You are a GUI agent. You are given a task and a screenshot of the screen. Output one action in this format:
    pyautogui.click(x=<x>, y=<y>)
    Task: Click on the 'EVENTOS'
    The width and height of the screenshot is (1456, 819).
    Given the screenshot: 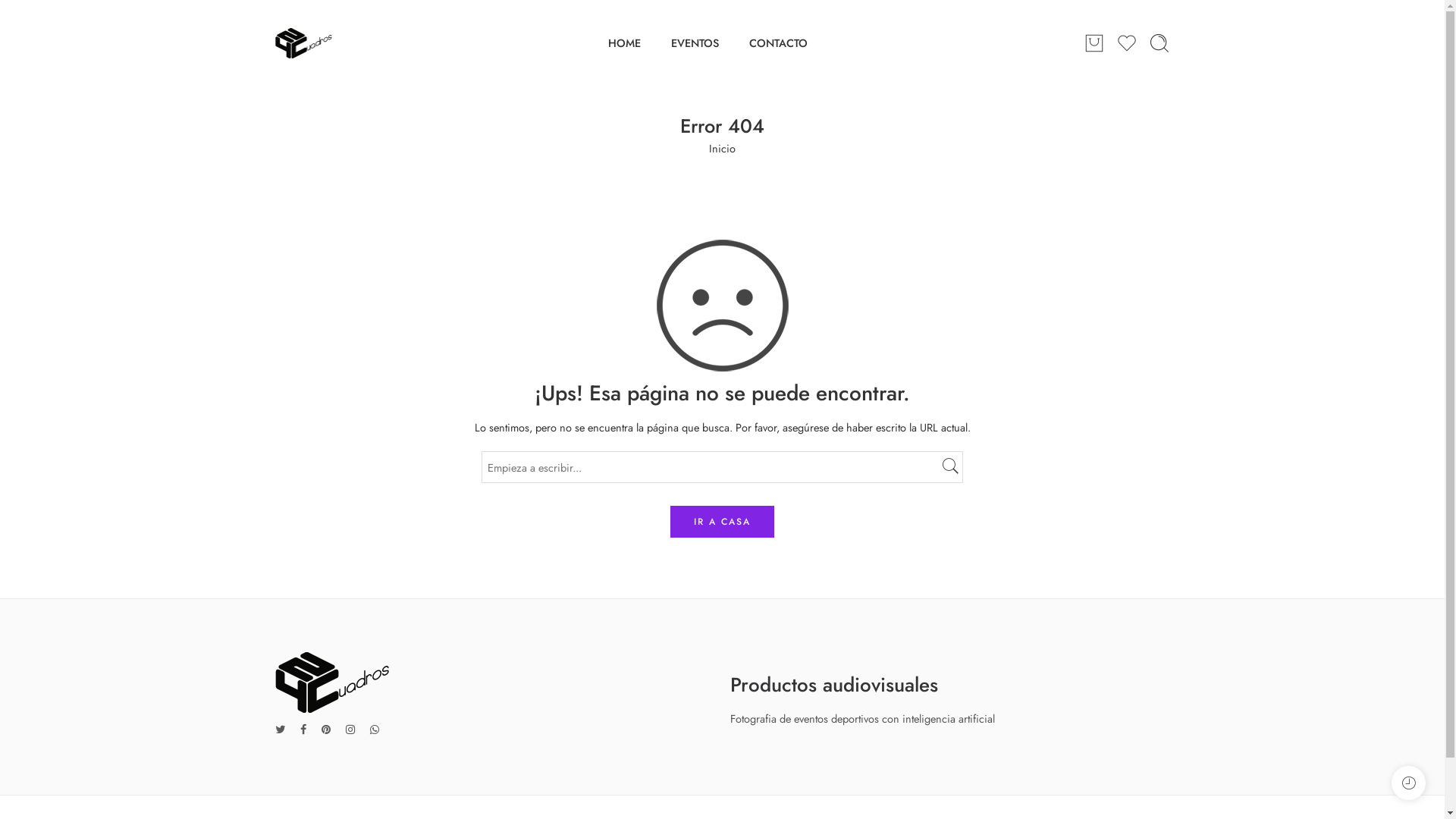 What is the action you would take?
    pyautogui.click(x=670, y=42)
    